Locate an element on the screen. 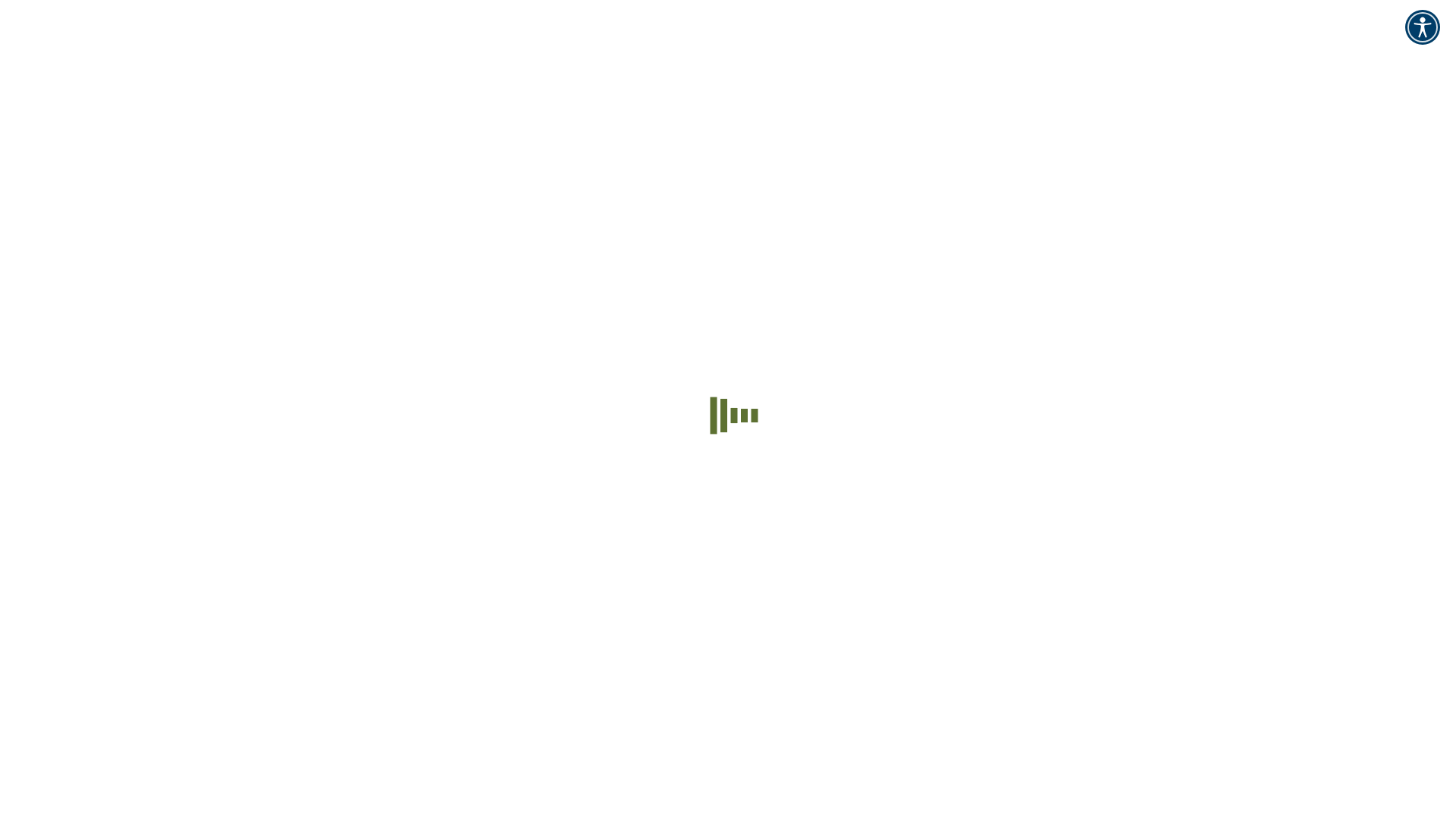  'Zoom in/out' is located at coordinates (58, 641).